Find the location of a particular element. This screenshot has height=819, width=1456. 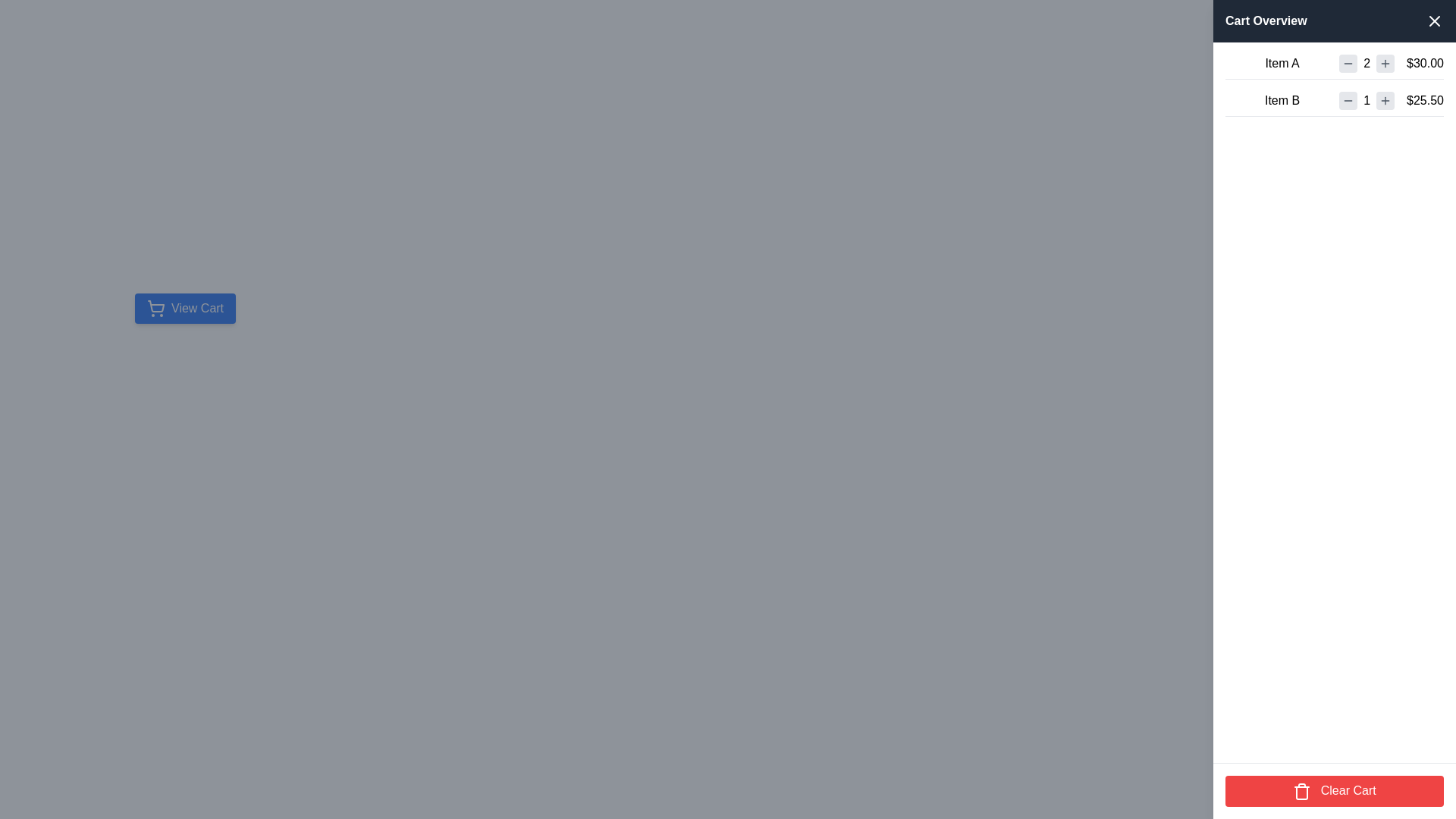

the shopping cart icon located on the left side of the 'View Cart' button to interact with it is located at coordinates (156, 306).